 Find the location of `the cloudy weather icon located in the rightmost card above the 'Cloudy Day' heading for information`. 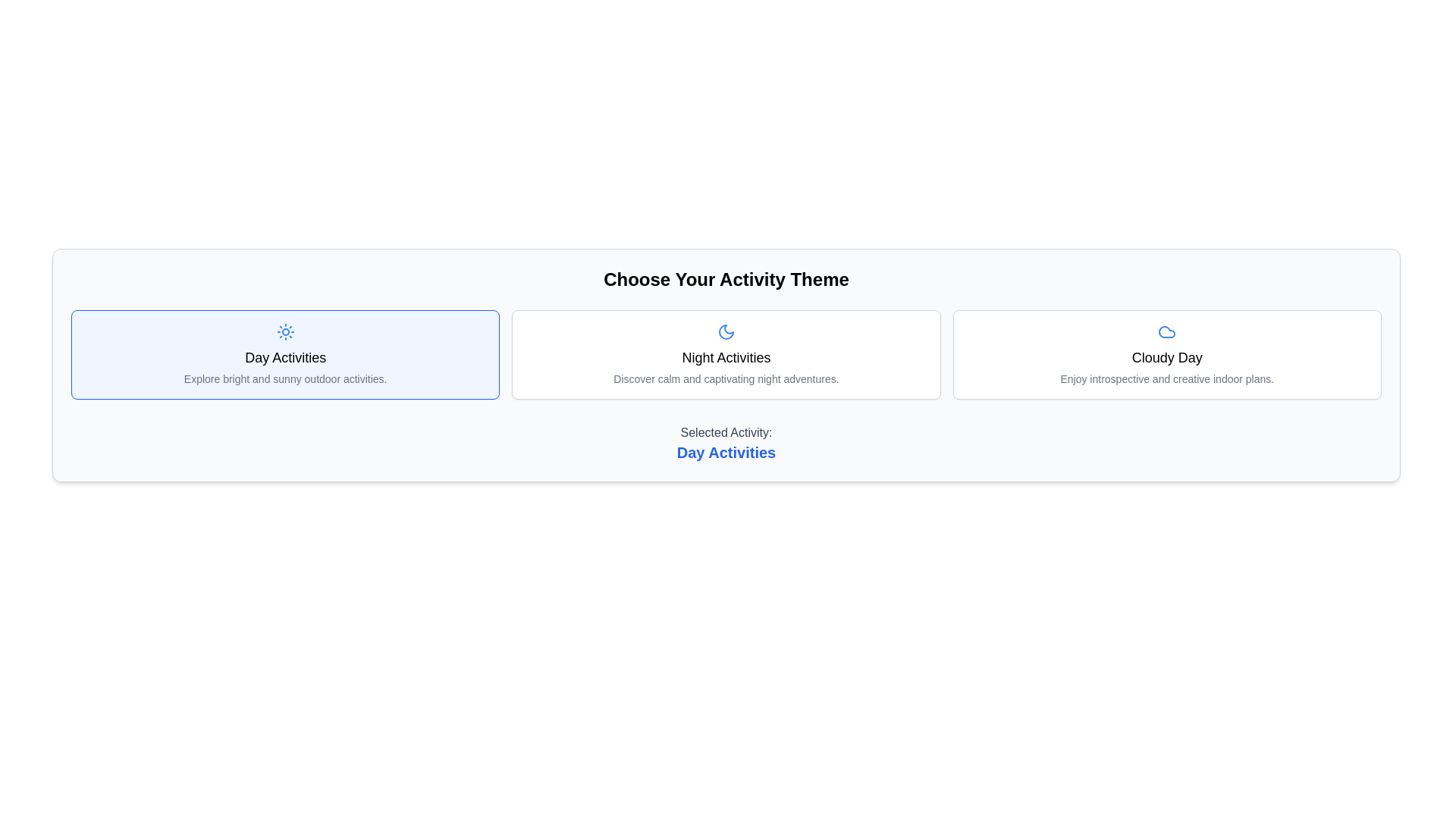

the cloudy weather icon located in the rightmost card above the 'Cloudy Day' heading for information is located at coordinates (1166, 331).